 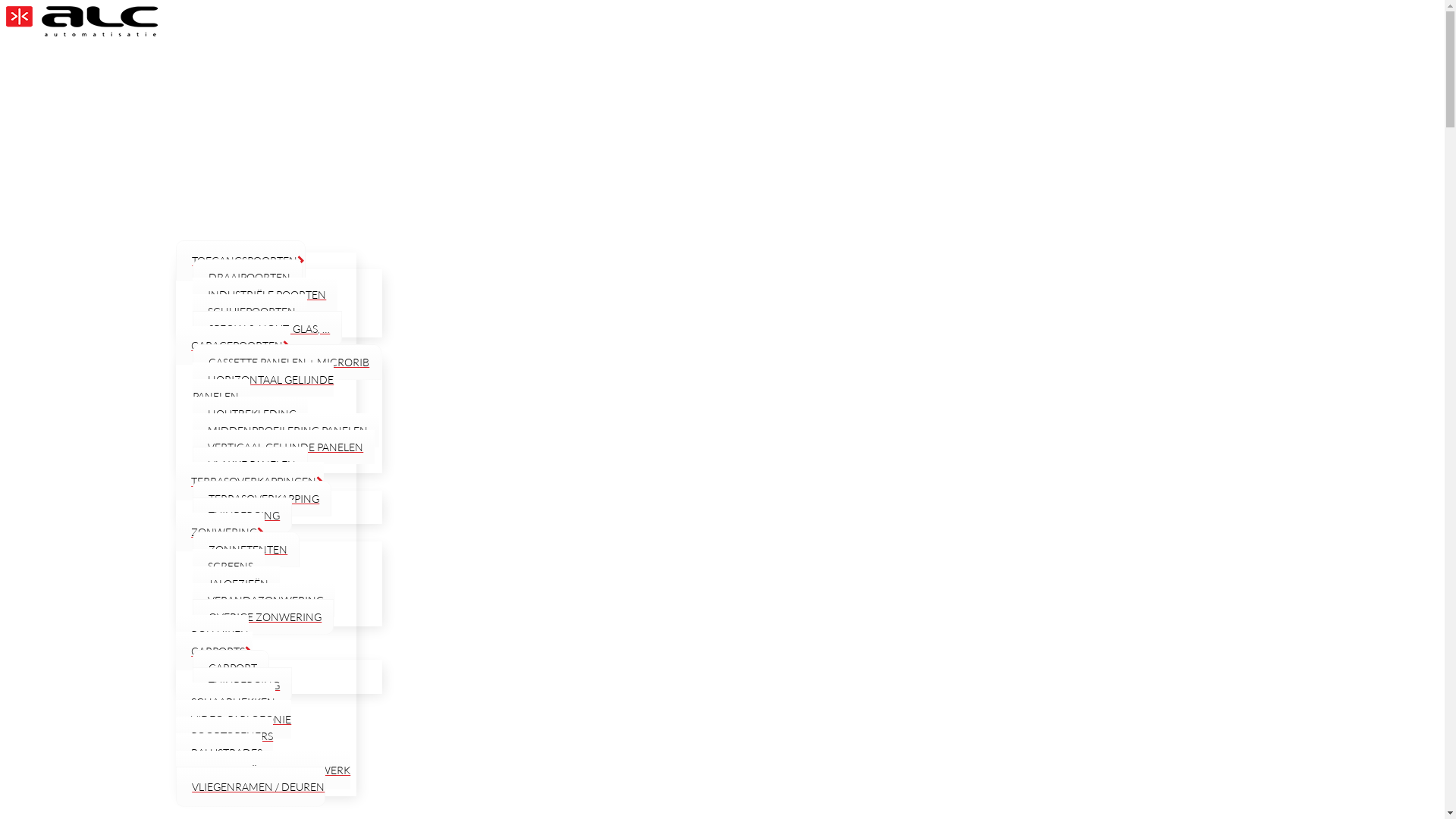 What do you see at coordinates (286, 430) in the screenshot?
I see `'MIDDENPROFILERING PANELEN'` at bounding box center [286, 430].